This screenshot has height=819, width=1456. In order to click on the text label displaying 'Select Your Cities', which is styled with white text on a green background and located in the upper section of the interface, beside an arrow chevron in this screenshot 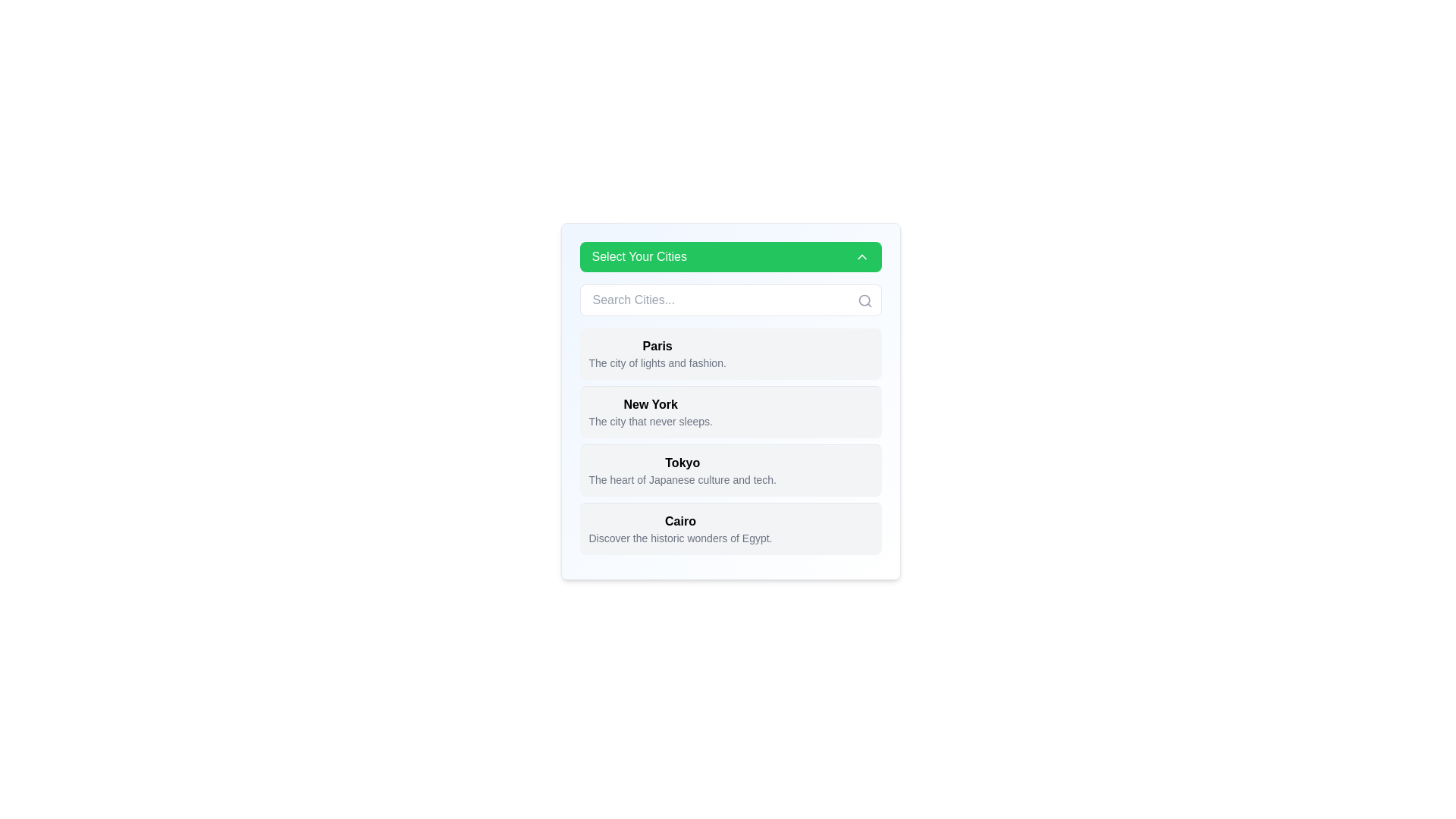, I will do `click(639, 256)`.